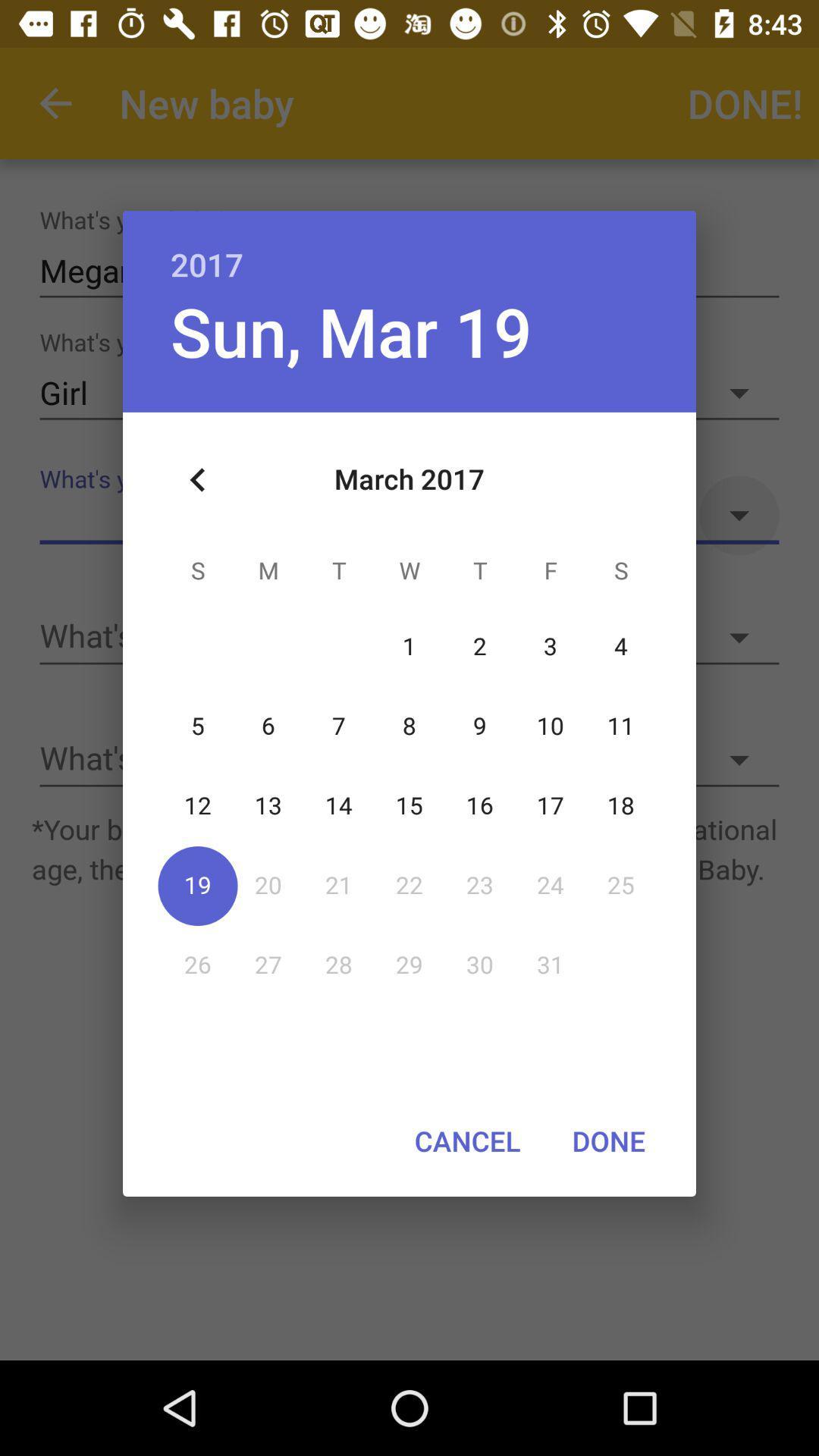 Image resolution: width=819 pixels, height=1456 pixels. Describe the element at coordinates (607, 1141) in the screenshot. I see `the item next to cancel` at that location.